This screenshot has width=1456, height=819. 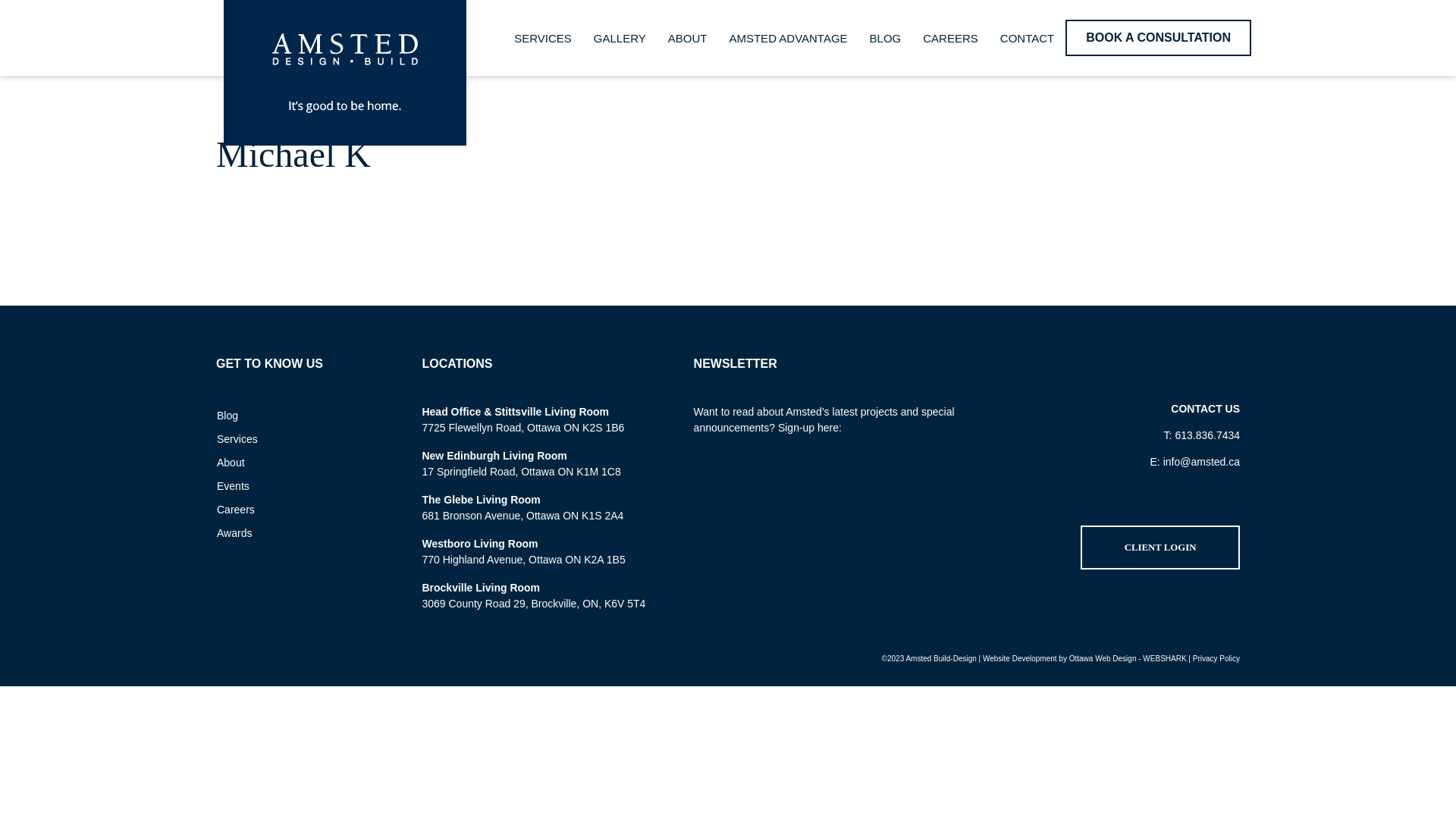 I want to click on 'CLIENT LOGIN', so click(x=1080, y=547).